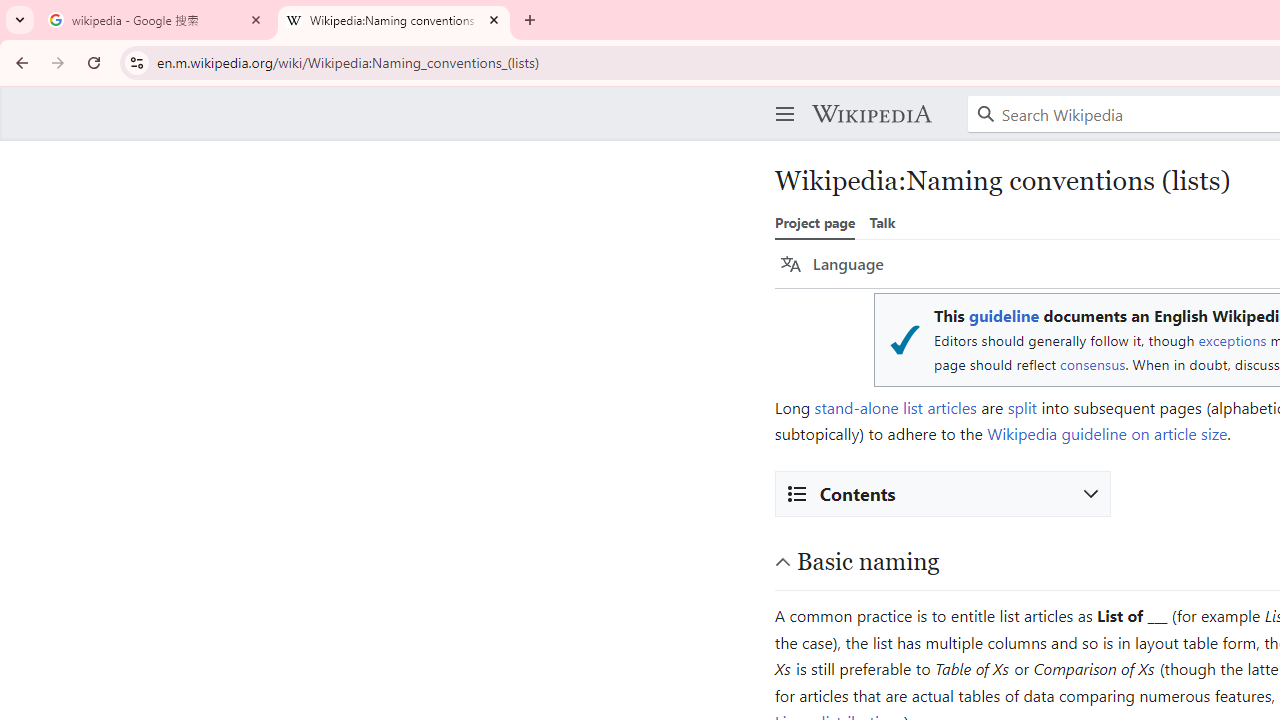 The width and height of the screenshot is (1280, 720). Describe the element at coordinates (871, 114) in the screenshot. I see `'Wikipedia'` at that location.